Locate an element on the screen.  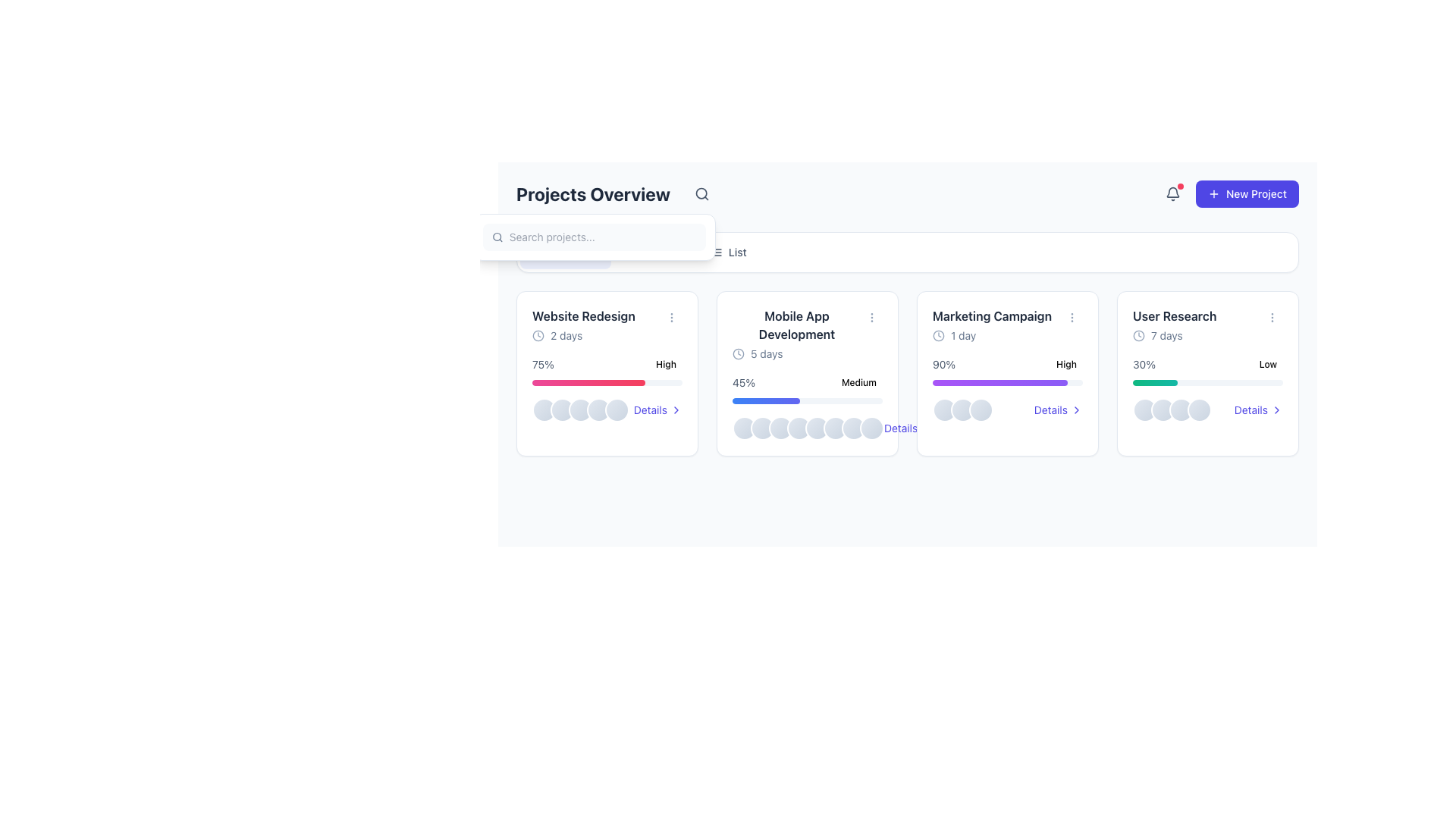
the decorative Icon (SVG graphic) is located at coordinates (1213, 193).